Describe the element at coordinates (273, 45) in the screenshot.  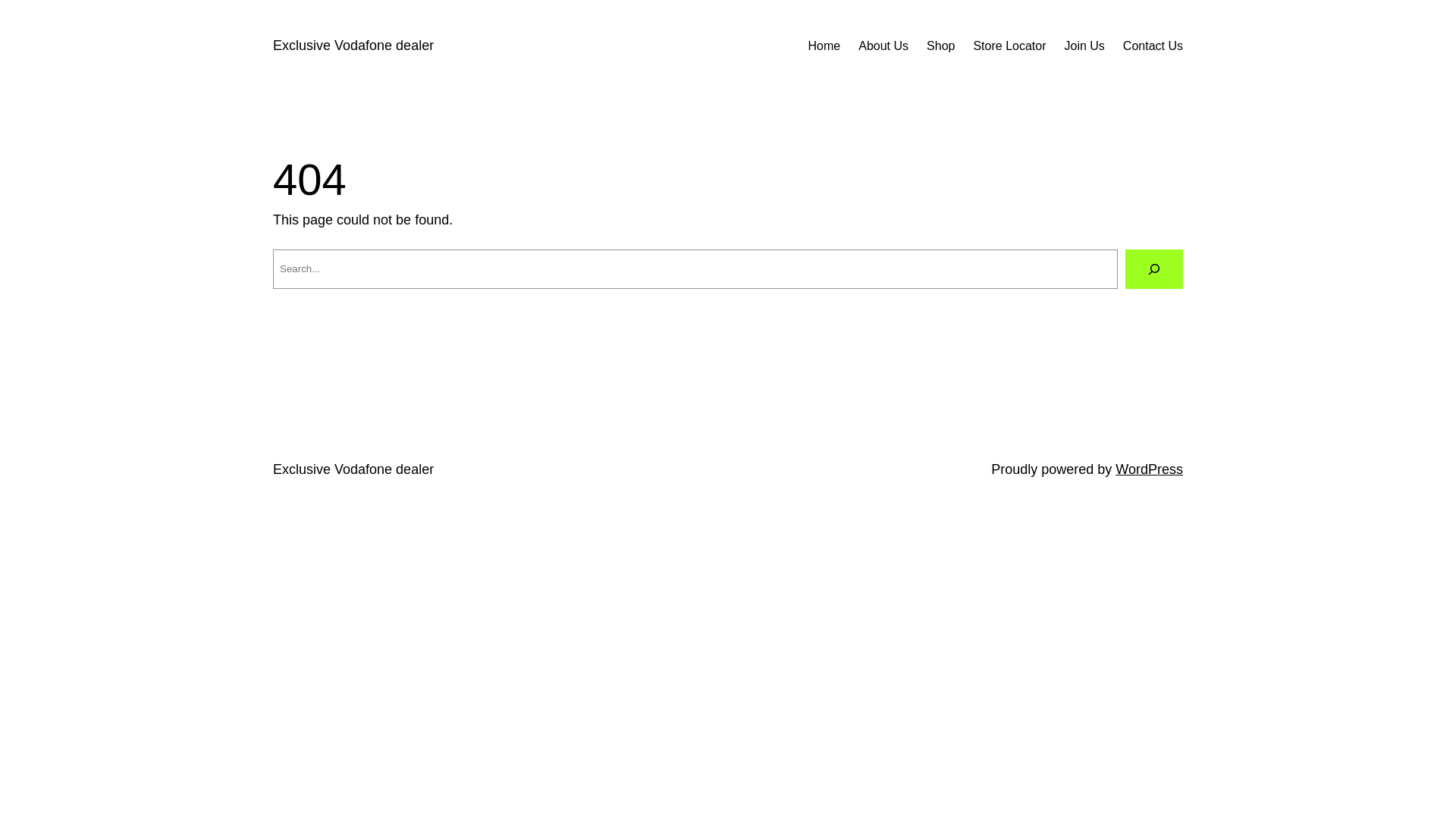
I see `'Exclusive Vodafone dealer'` at that location.